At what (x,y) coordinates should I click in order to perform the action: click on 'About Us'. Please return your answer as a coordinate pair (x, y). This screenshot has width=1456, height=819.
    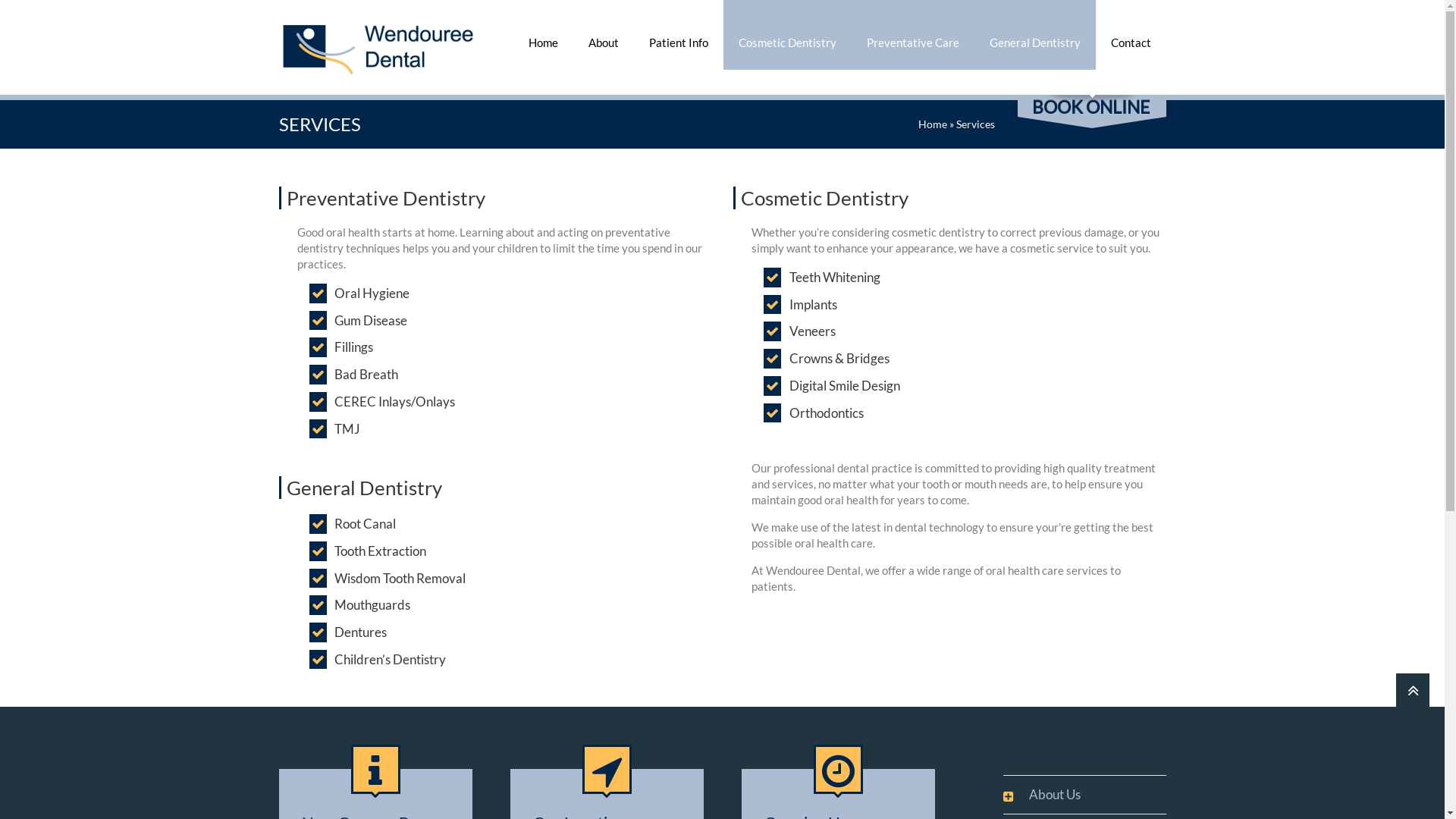
    Looking at the image, I should click on (1046, 794).